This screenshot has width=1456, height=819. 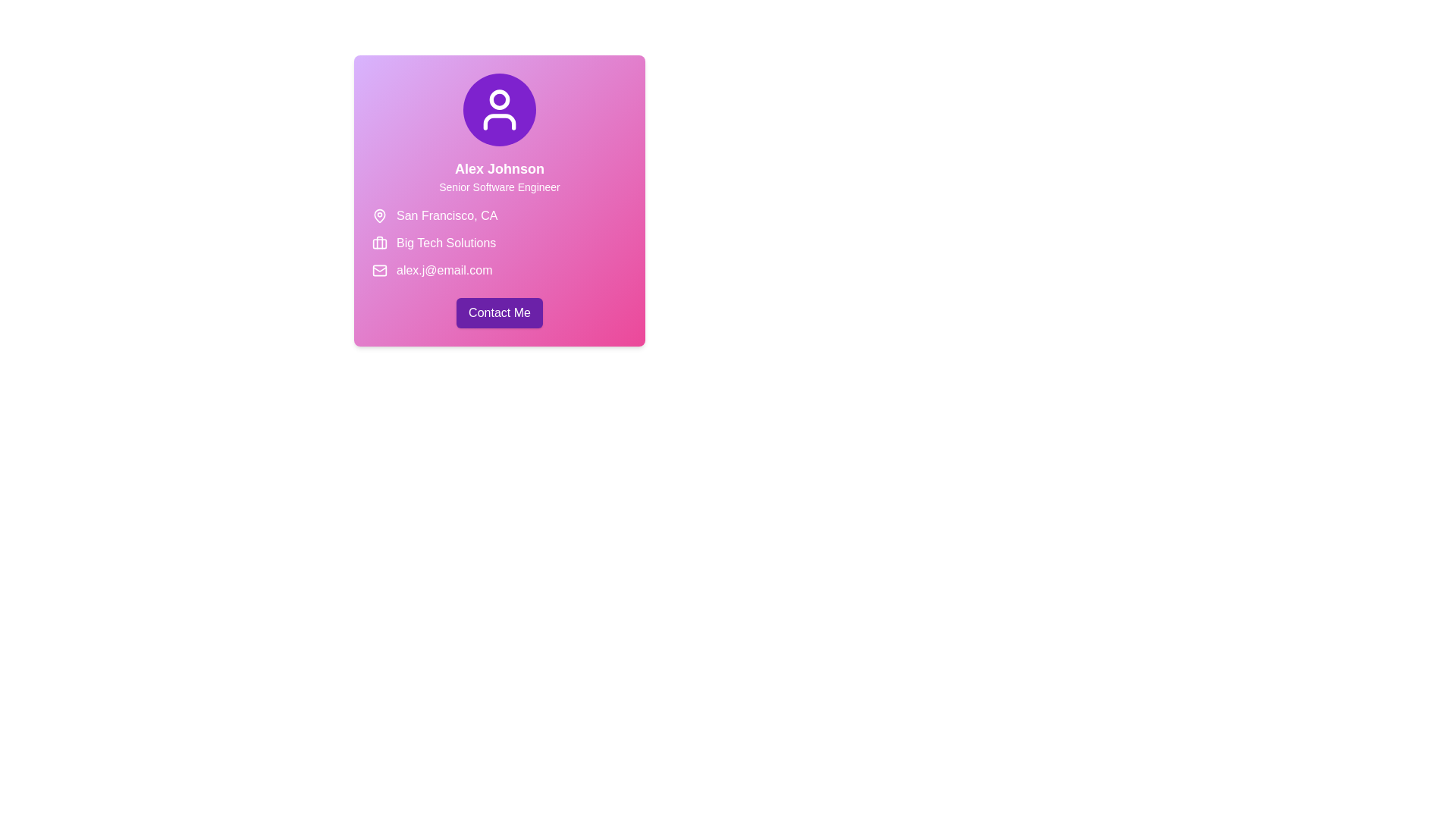 I want to click on the 'Contact Me' button, so click(x=499, y=312).